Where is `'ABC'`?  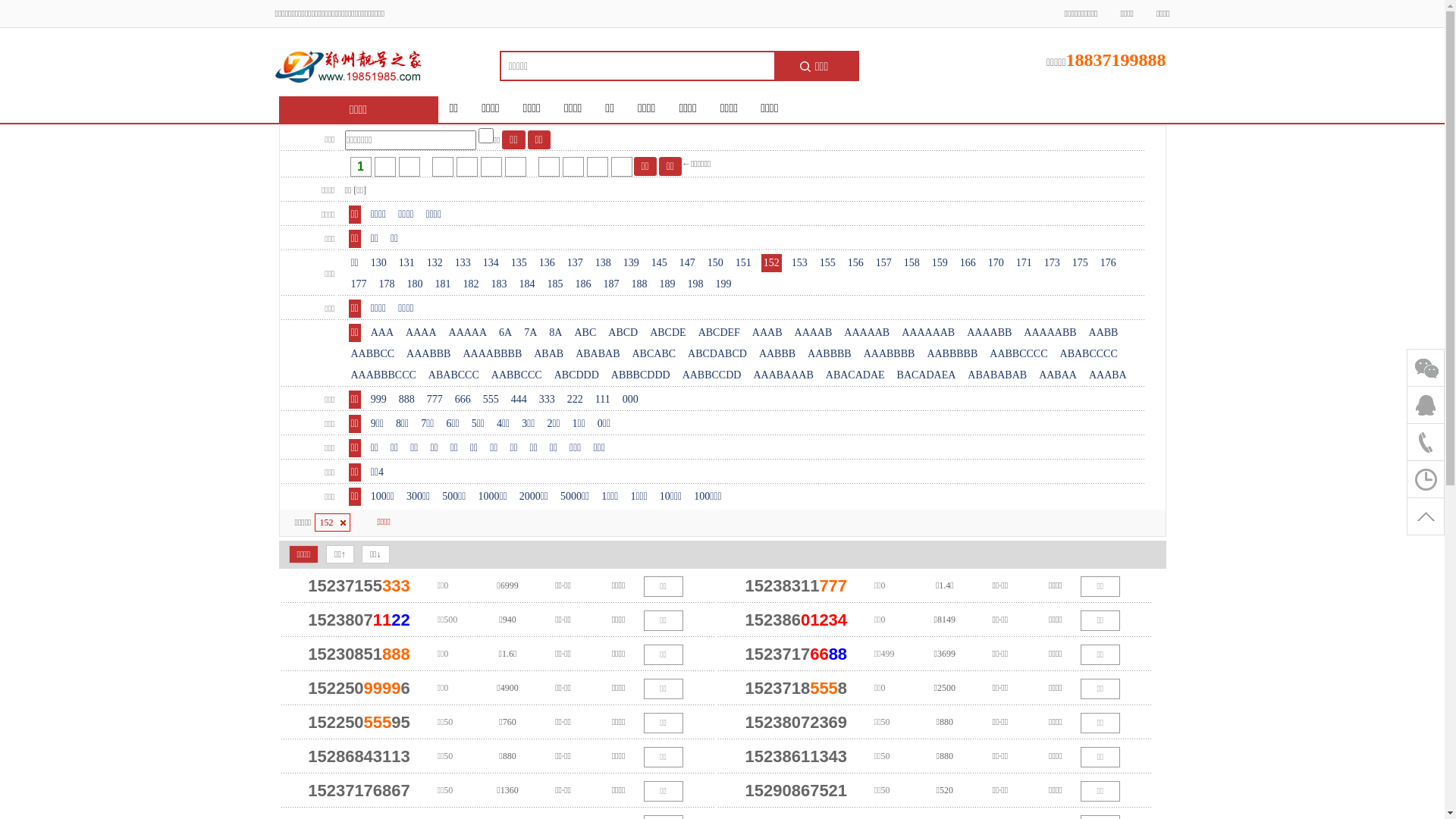
'ABC' is located at coordinates (584, 332).